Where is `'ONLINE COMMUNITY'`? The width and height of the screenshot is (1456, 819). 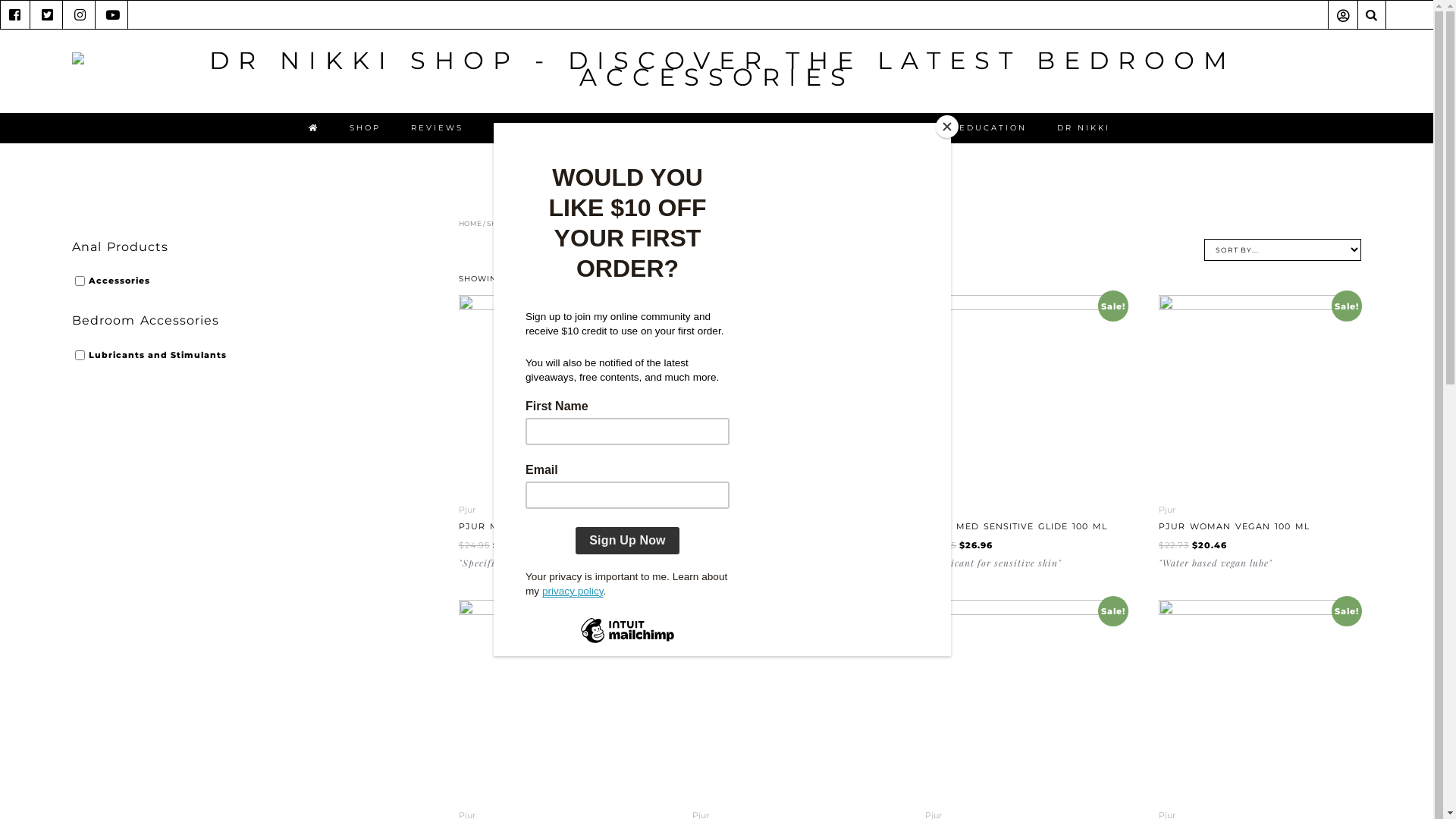
'ONLINE COMMUNITY' is located at coordinates (801, 119).